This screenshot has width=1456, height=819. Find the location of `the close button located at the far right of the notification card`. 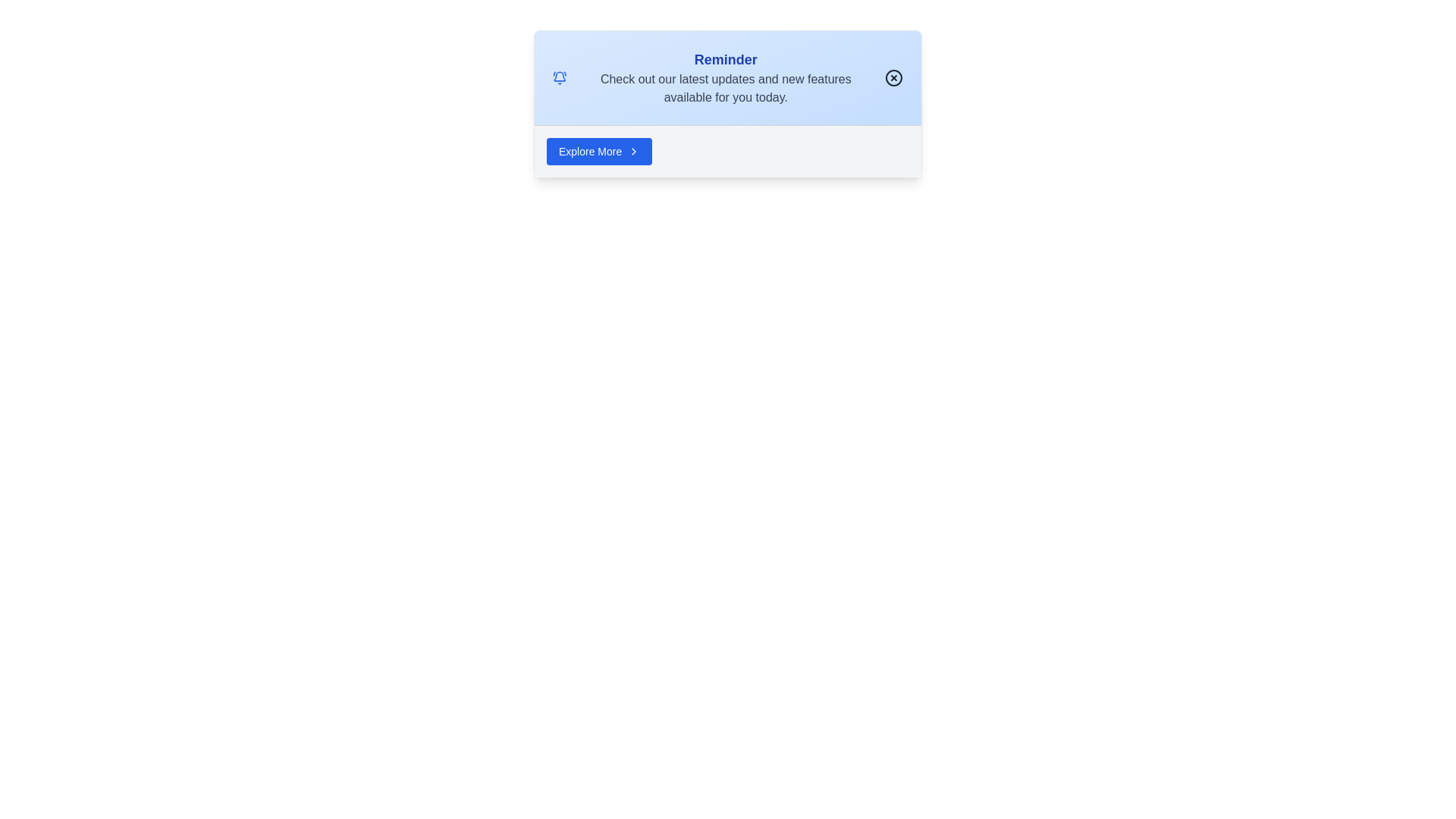

the close button located at the far right of the notification card is located at coordinates (894, 78).